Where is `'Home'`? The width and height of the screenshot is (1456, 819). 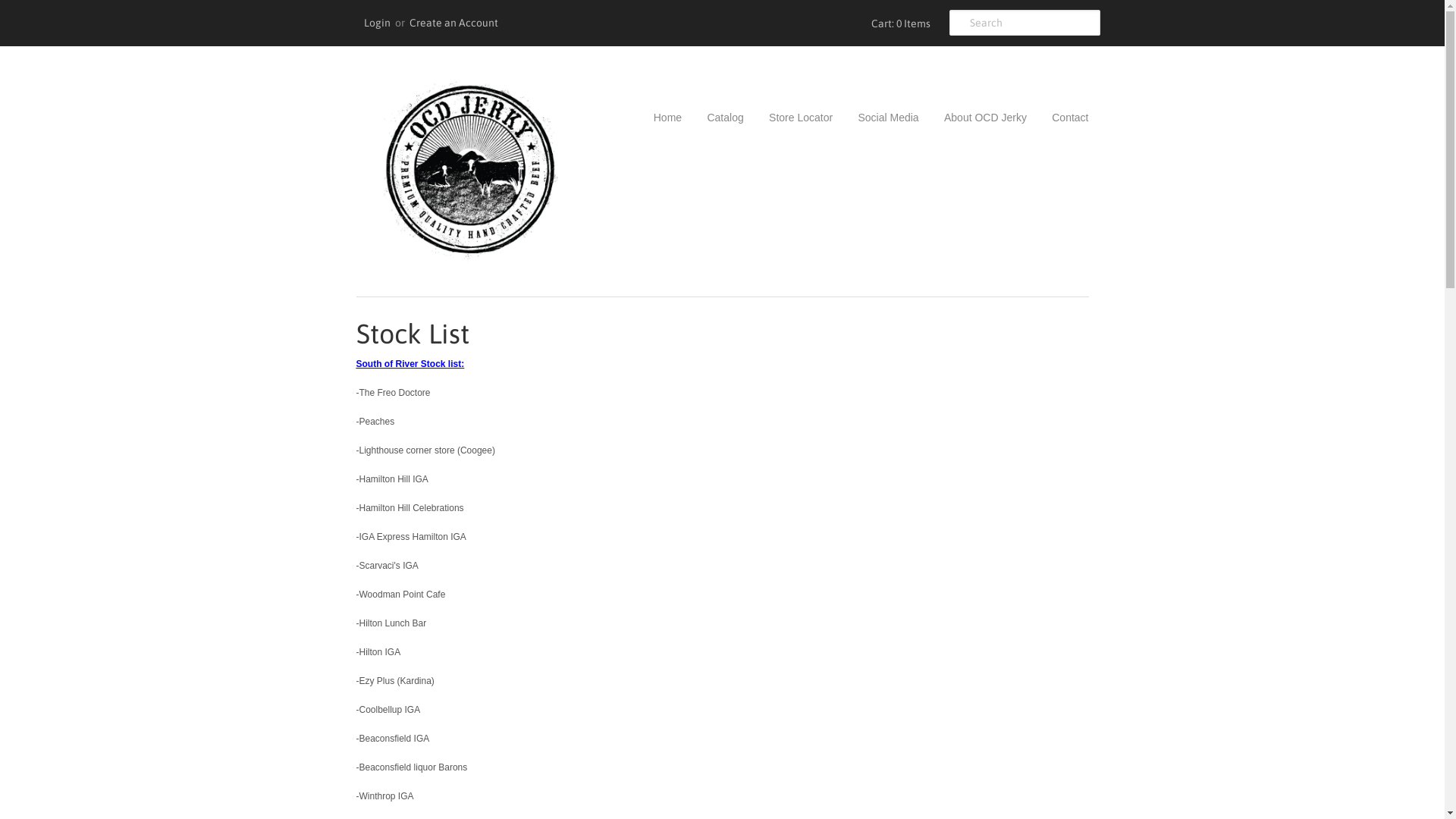
'Home' is located at coordinates (654, 116).